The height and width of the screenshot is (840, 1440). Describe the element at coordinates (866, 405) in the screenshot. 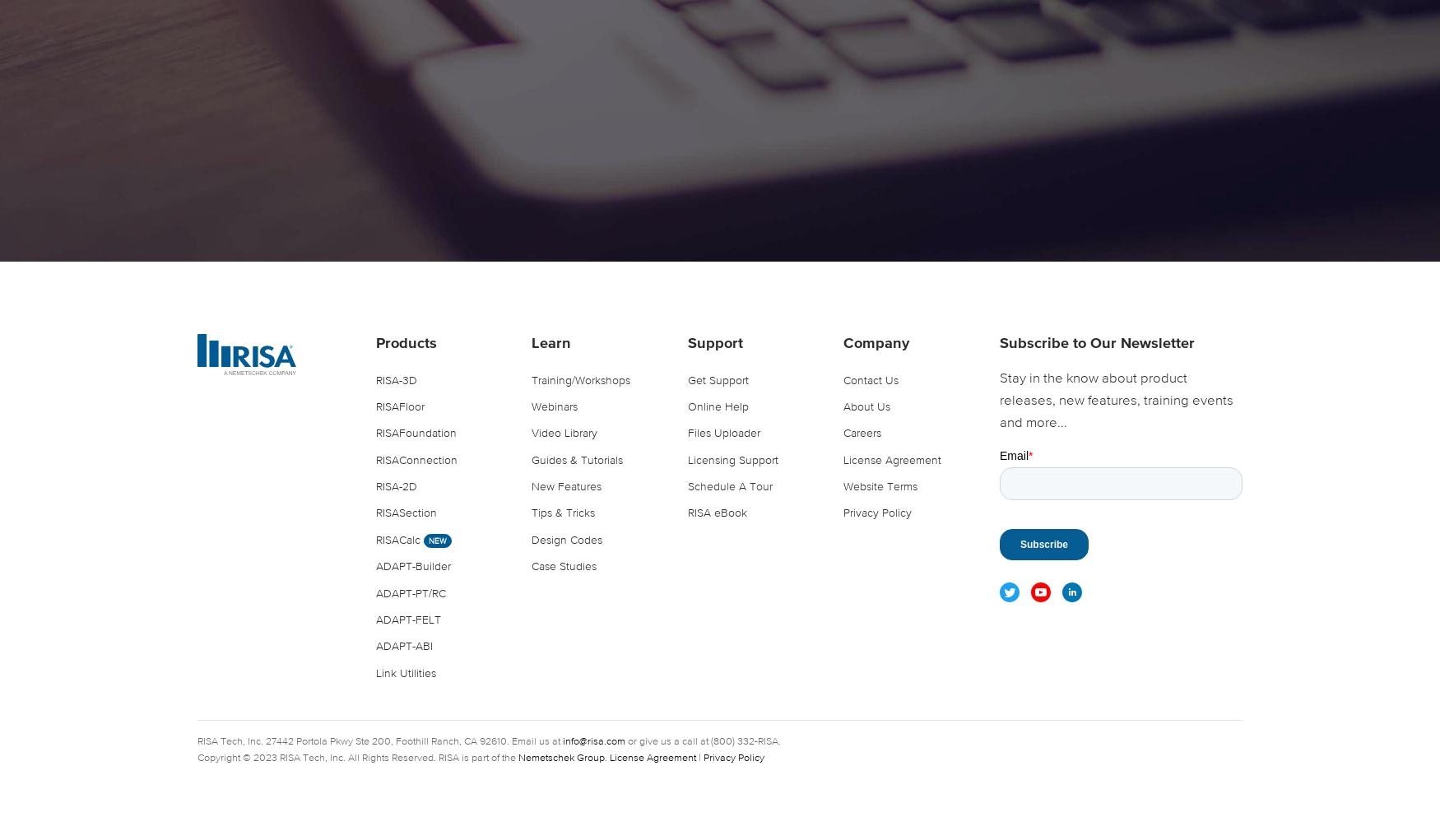

I see `'About Us'` at that location.